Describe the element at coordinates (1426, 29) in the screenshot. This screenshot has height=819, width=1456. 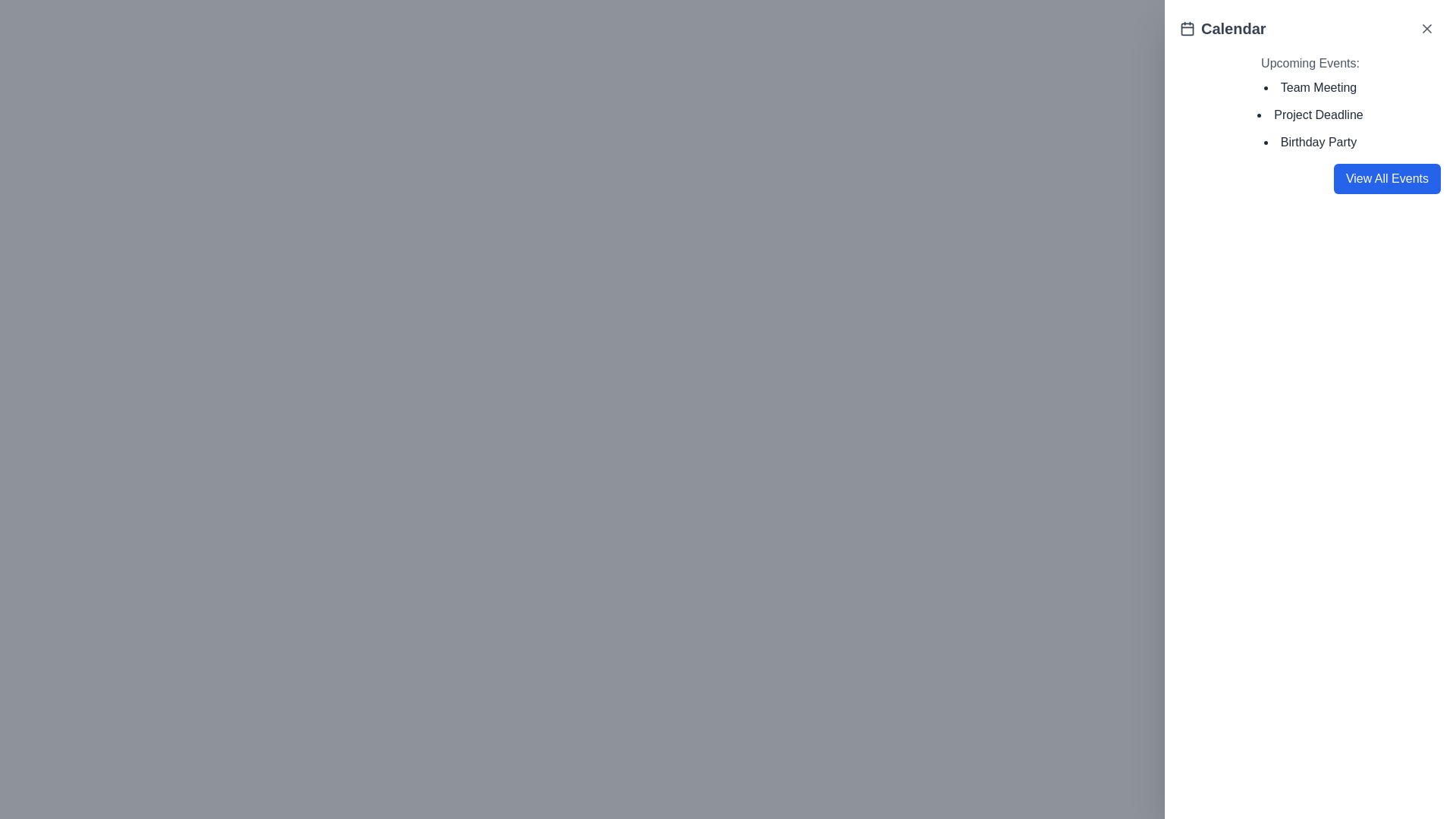
I see `the Close Button icon, which is a diagonal cross located in the top-right corner of the sidebar` at that location.